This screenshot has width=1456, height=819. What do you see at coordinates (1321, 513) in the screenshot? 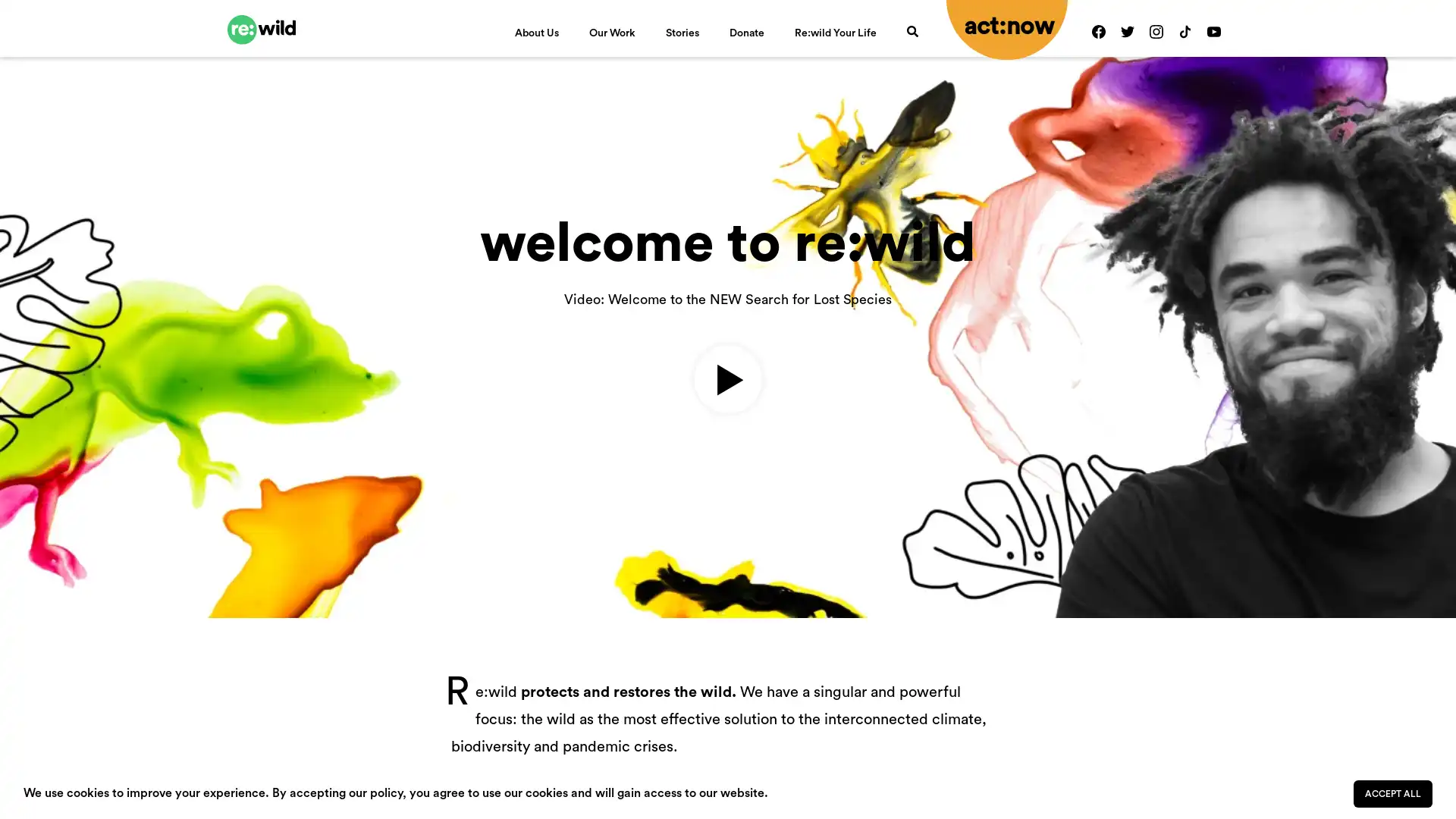
I see `mute` at bounding box center [1321, 513].